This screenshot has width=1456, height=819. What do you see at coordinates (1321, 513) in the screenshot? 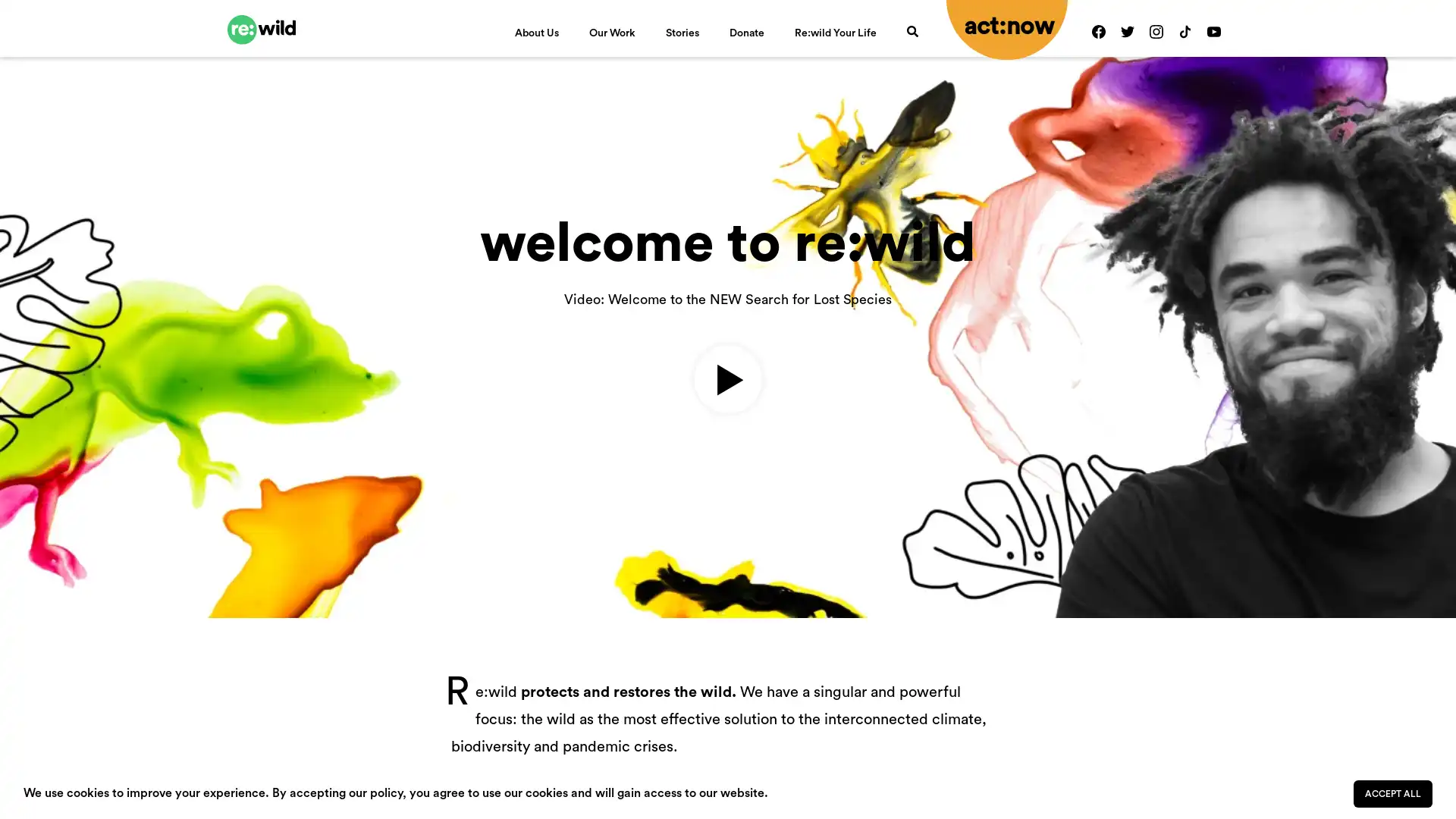
I see `mute` at bounding box center [1321, 513].